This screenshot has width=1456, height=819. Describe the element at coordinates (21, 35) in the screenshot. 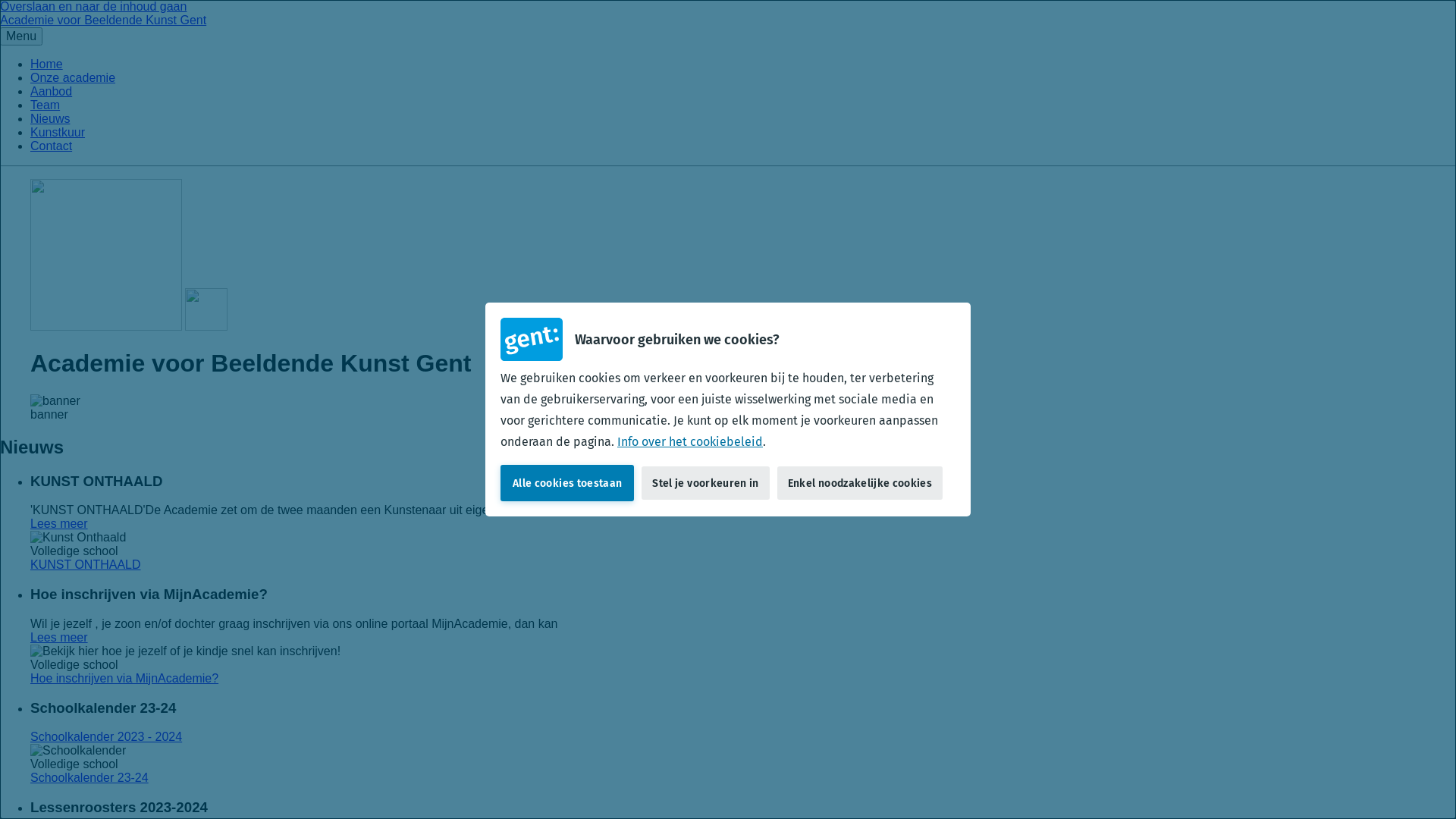

I see `'Menu'` at that location.